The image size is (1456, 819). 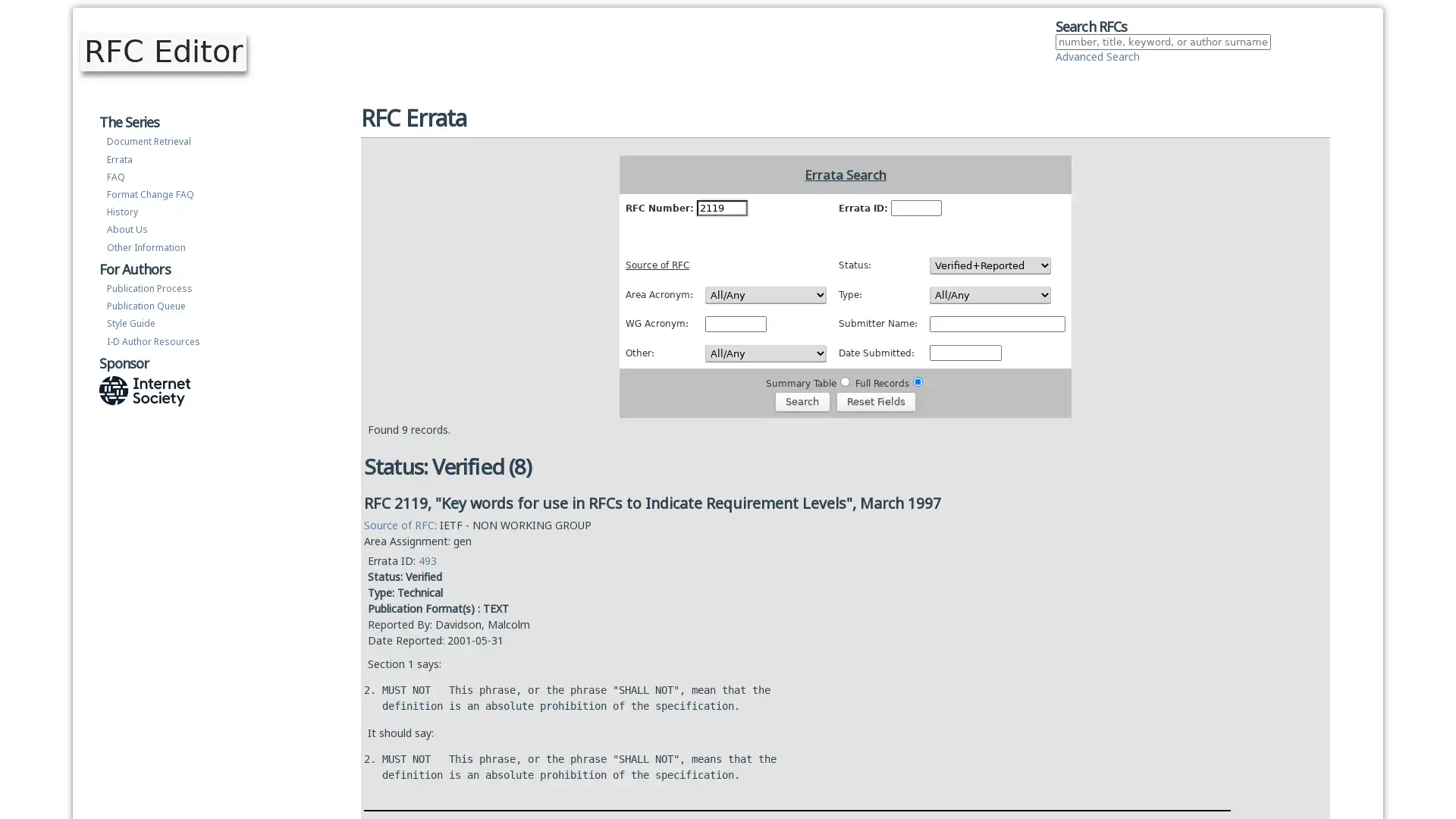 I want to click on Search, so click(x=801, y=400).